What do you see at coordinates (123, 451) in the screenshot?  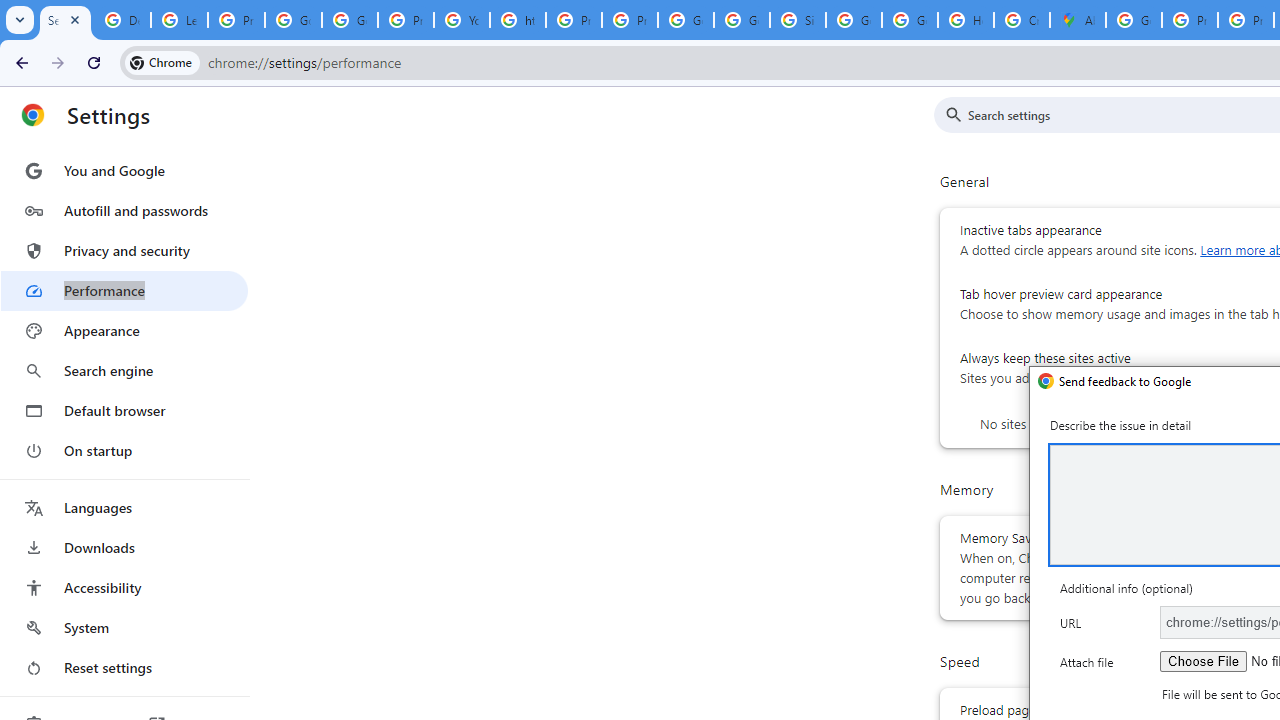 I see `'On startup'` at bounding box center [123, 451].